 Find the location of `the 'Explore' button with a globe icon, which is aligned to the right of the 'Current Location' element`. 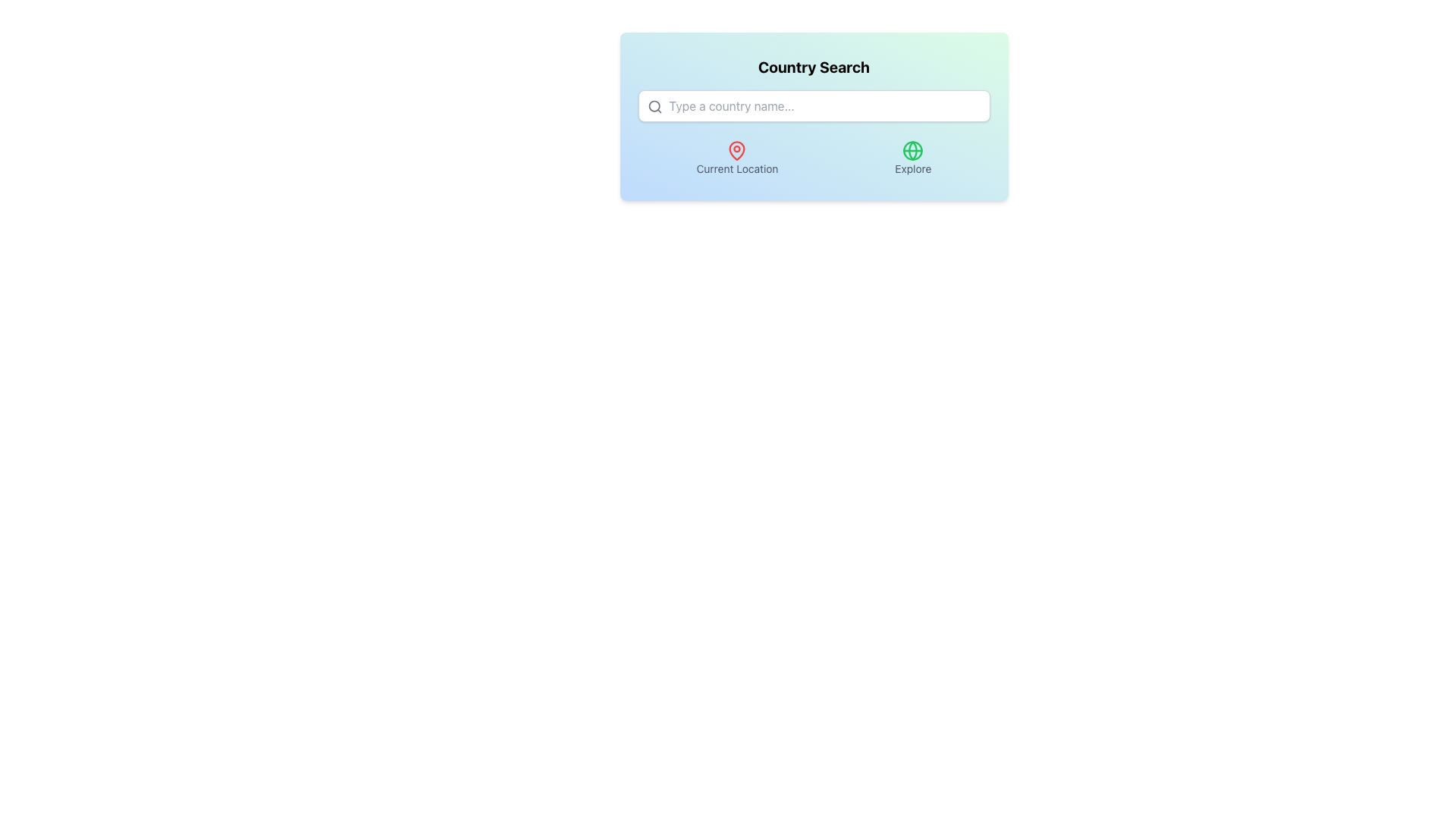

the 'Explore' button with a globe icon, which is aligned to the right of the 'Current Location' element is located at coordinates (912, 158).